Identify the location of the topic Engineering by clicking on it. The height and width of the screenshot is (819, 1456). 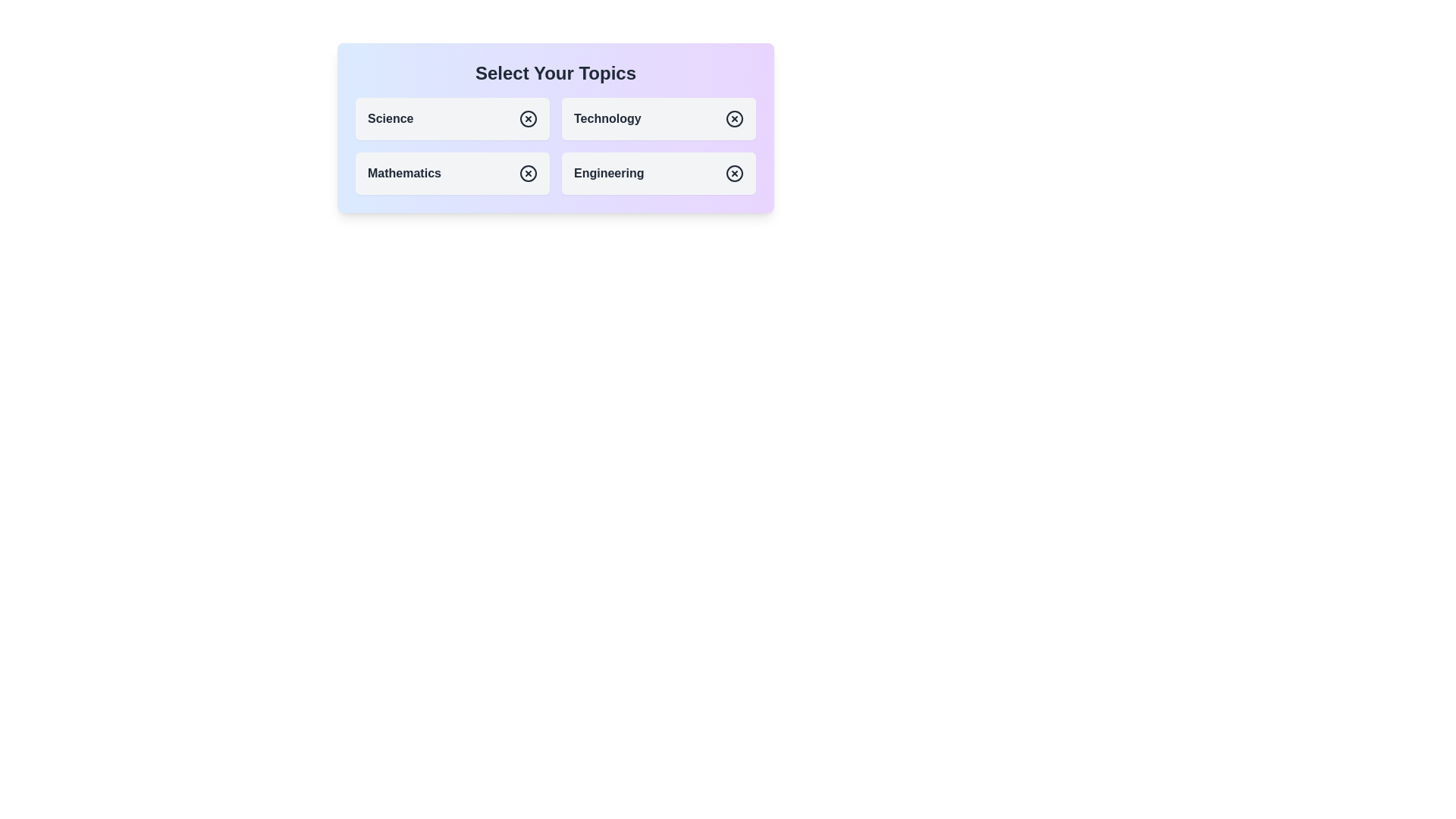
(658, 172).